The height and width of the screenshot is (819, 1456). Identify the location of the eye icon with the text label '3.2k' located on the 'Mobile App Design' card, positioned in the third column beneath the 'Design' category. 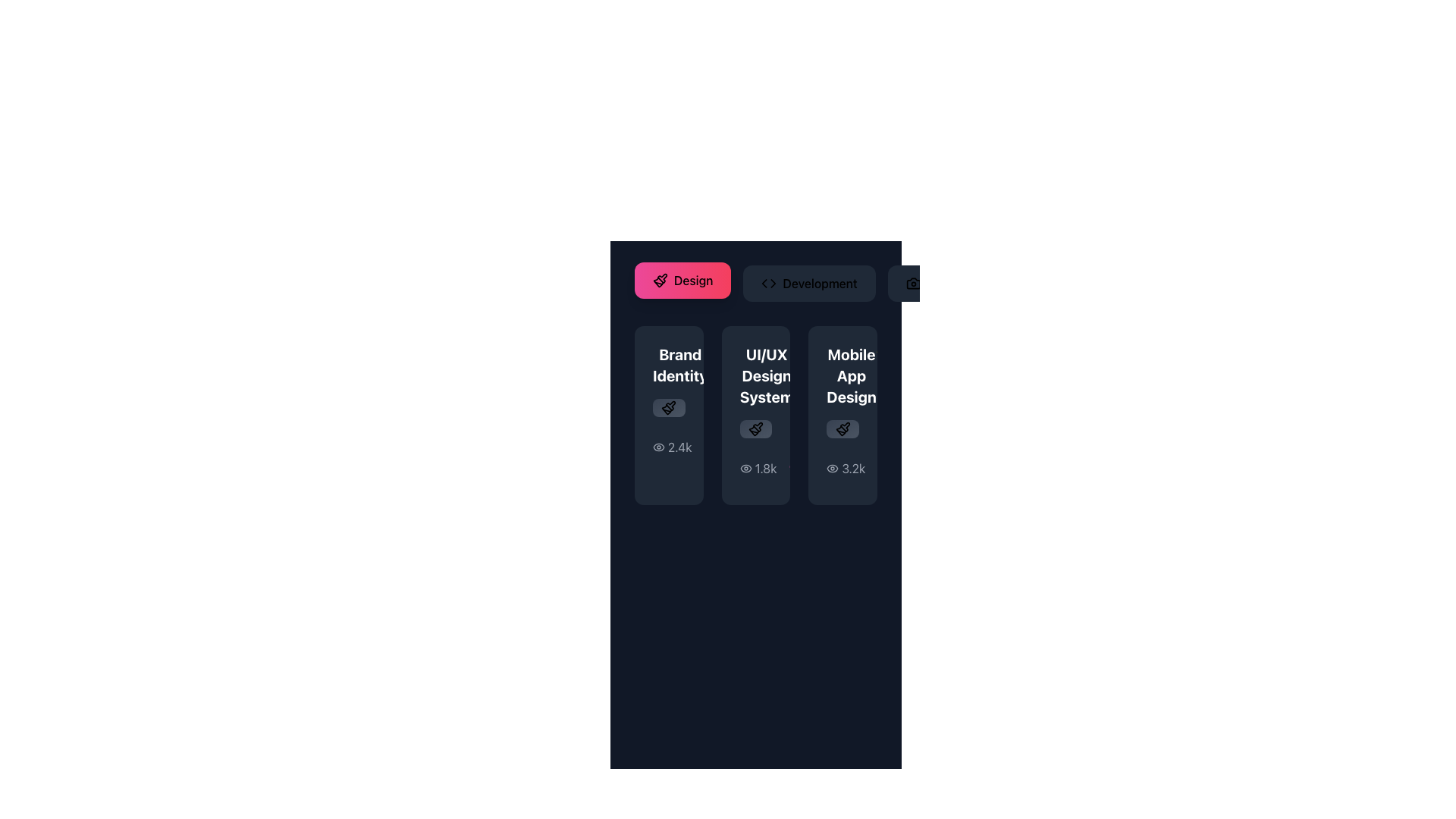
(845, 467).